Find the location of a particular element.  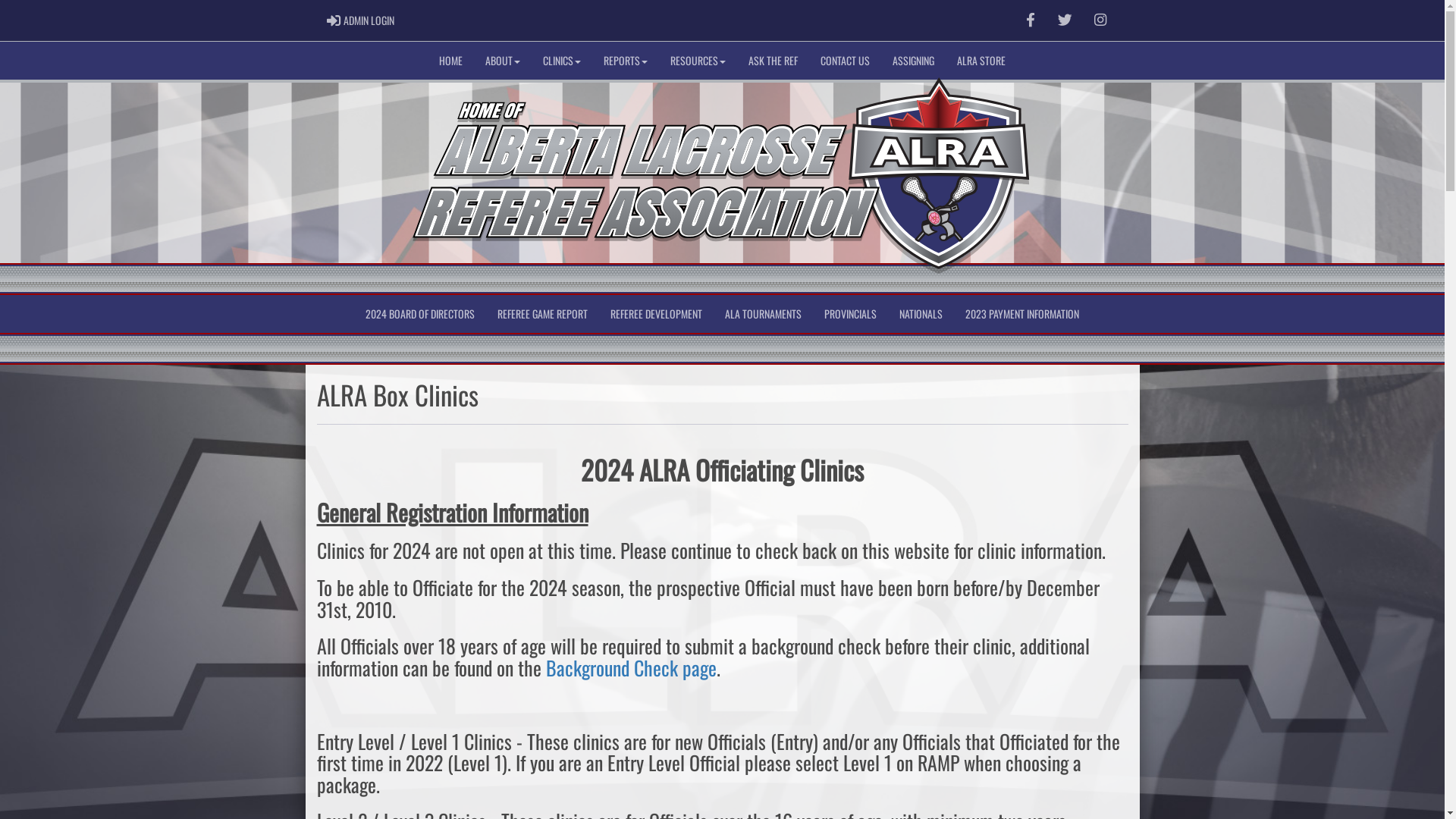

'REFEREE DEVELOPMENT' is located at coordinates (656, 312).